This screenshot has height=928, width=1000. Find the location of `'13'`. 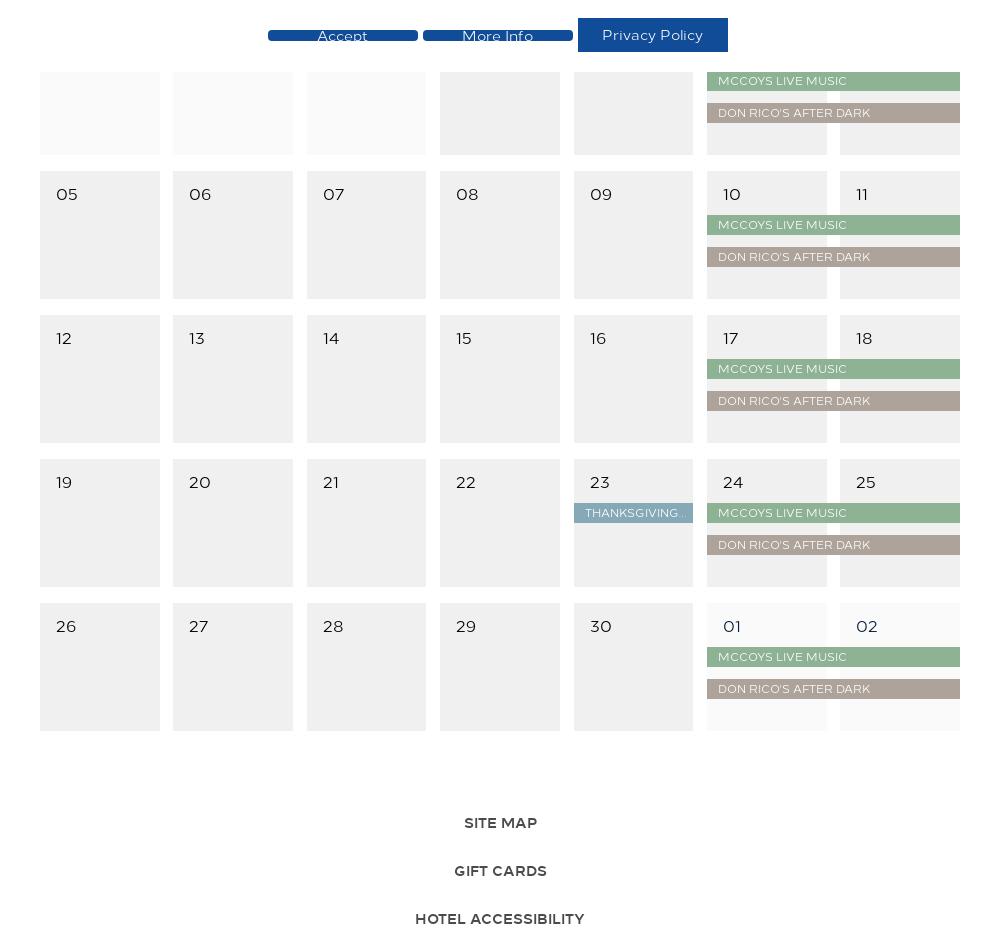

'13' is located at coordinates (196, 335).